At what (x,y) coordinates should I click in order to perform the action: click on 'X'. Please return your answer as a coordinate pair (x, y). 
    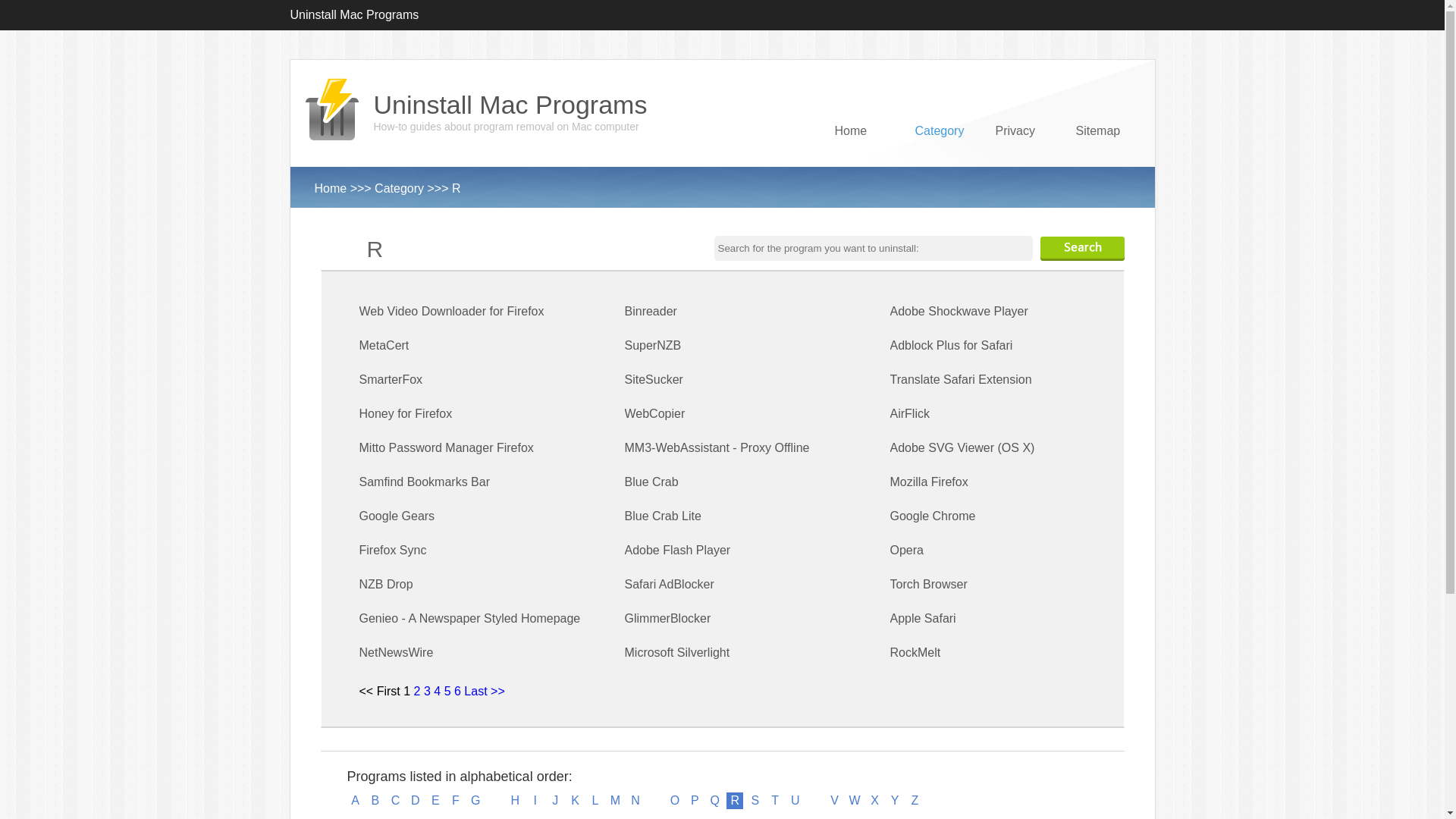
    Looking at the image, I should click on (874, 800).